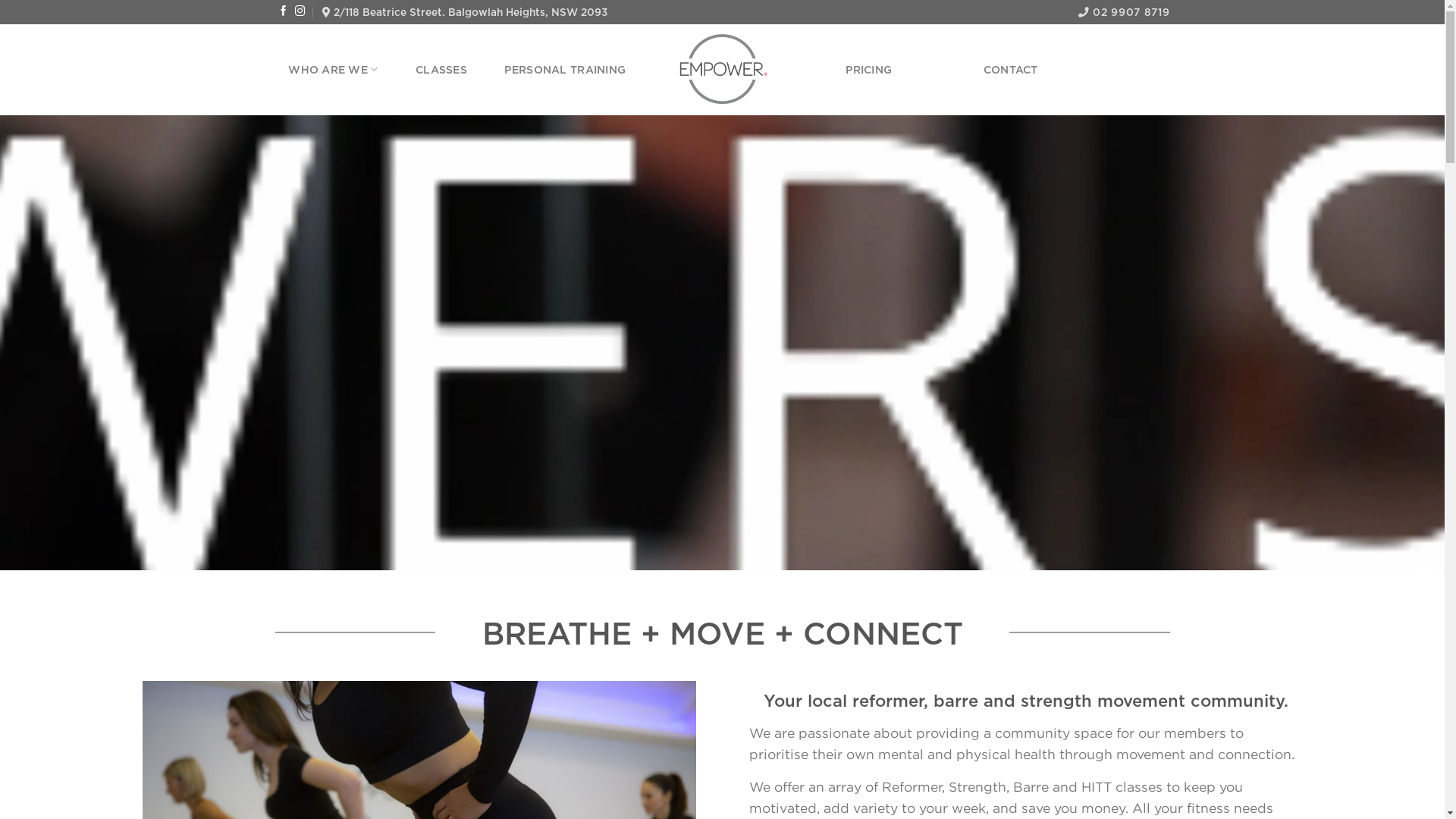 The height and width of the screenshot is (819, 1456). Describe the element at coordinates (331, 69) in the screenshot. I see `'WHO ARE WE'` at that location.